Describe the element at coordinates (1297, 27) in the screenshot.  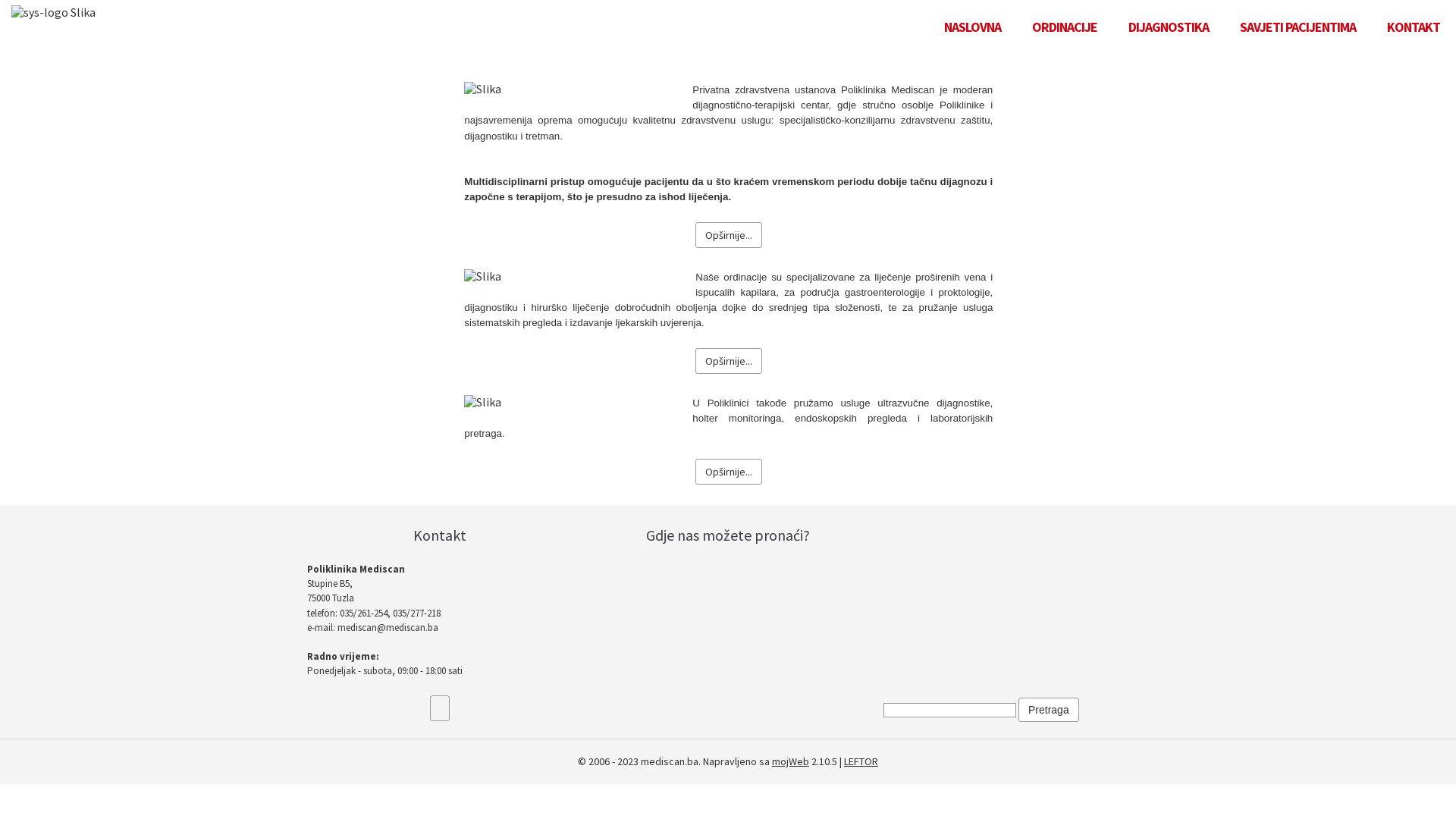
I see `'SAVJETI PACIJENTIMA'` at that location.